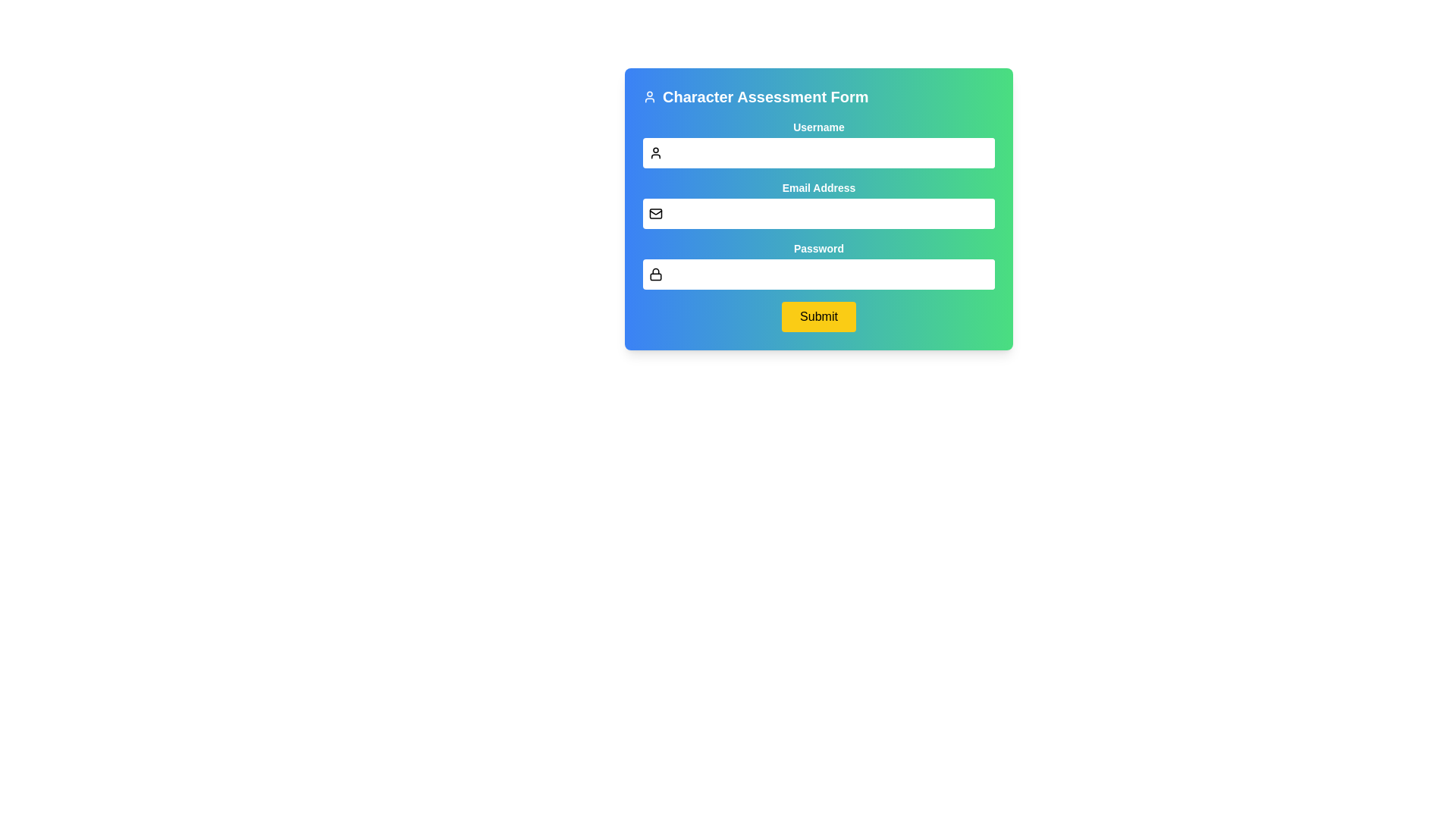 The width and height of the screenshot is (1456, 819). I want to click on the user icon represented as an SVG graphic, which is located to the left of the heading text 'Character Assessment Form', so click(650, 96).